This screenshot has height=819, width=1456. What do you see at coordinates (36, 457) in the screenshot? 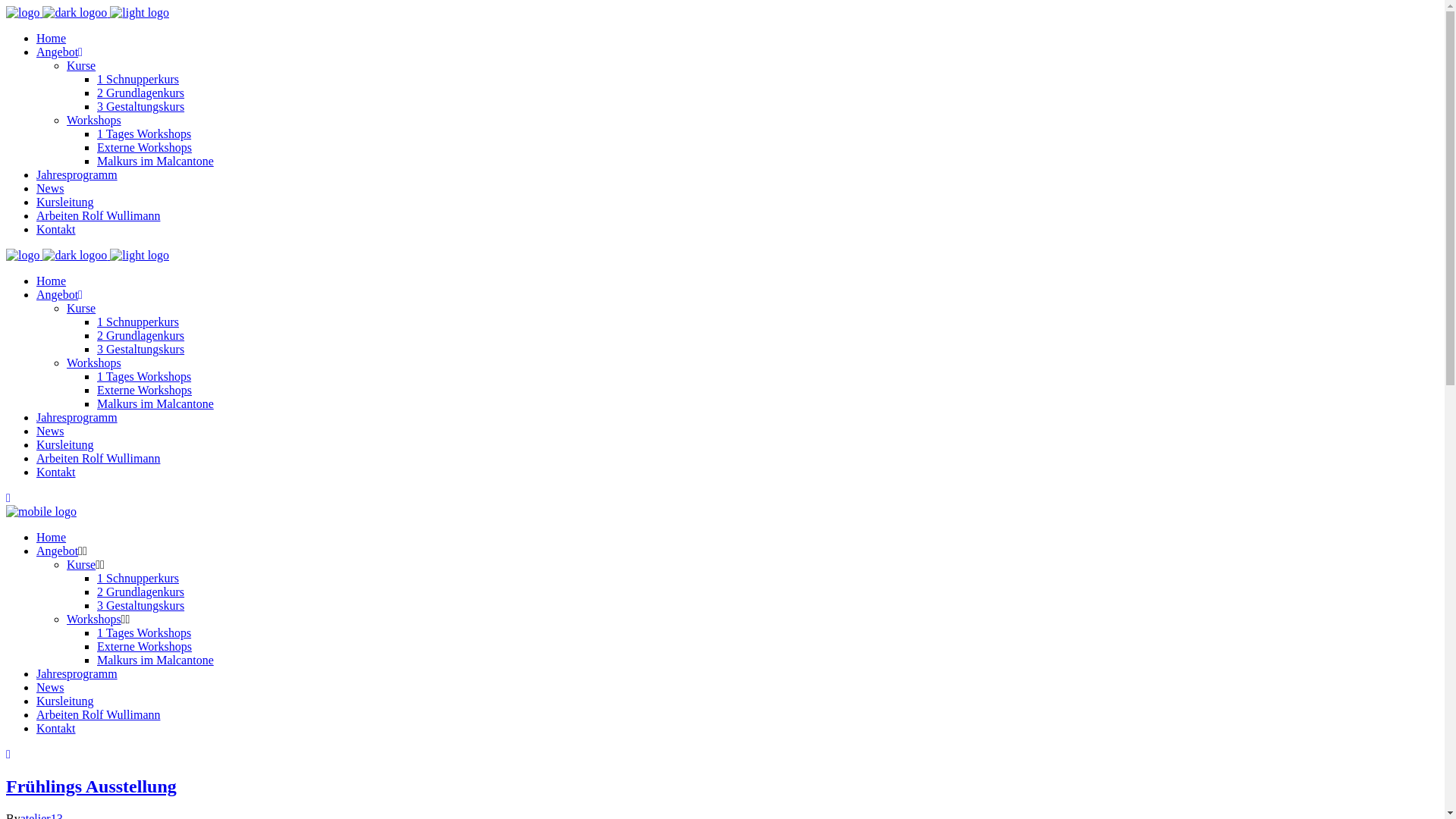
I see `'Arbeiten Rolf Wullimann'` at bounding box center [36, 457].